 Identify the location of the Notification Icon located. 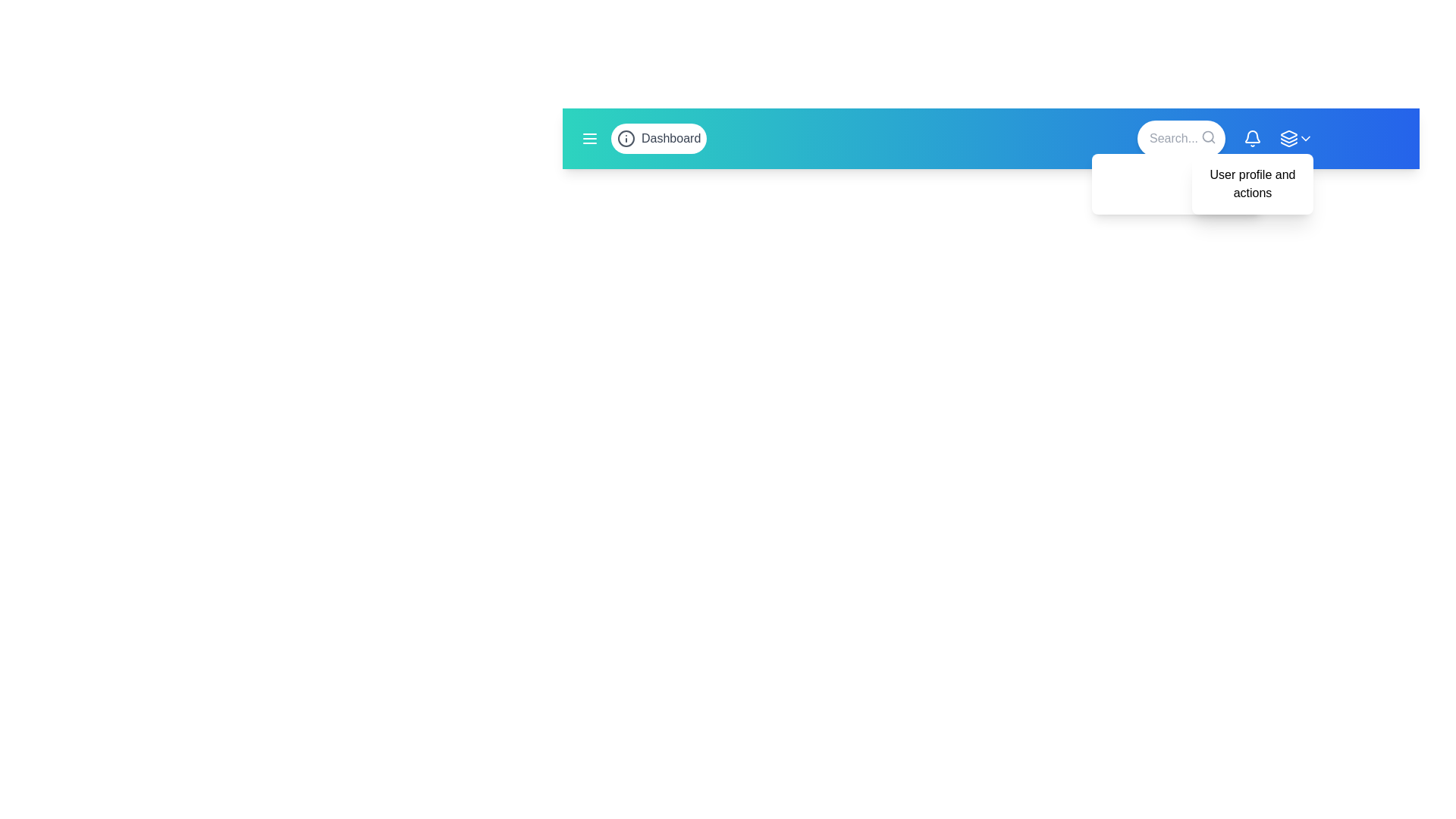
(1252, 138).